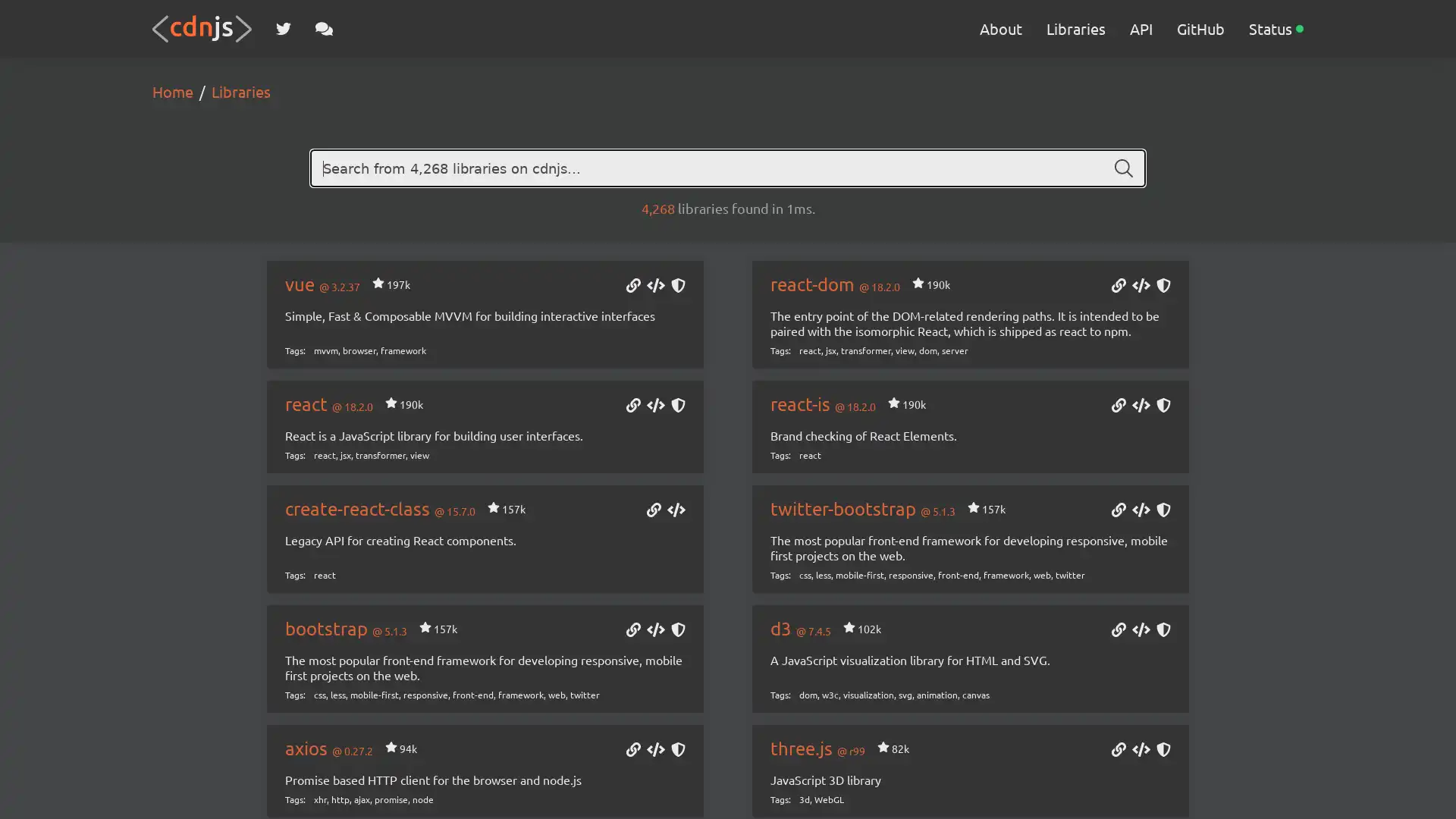 This screenshot has height=819, width=1456. I want to click on Copy URL, so click(1118, 287).